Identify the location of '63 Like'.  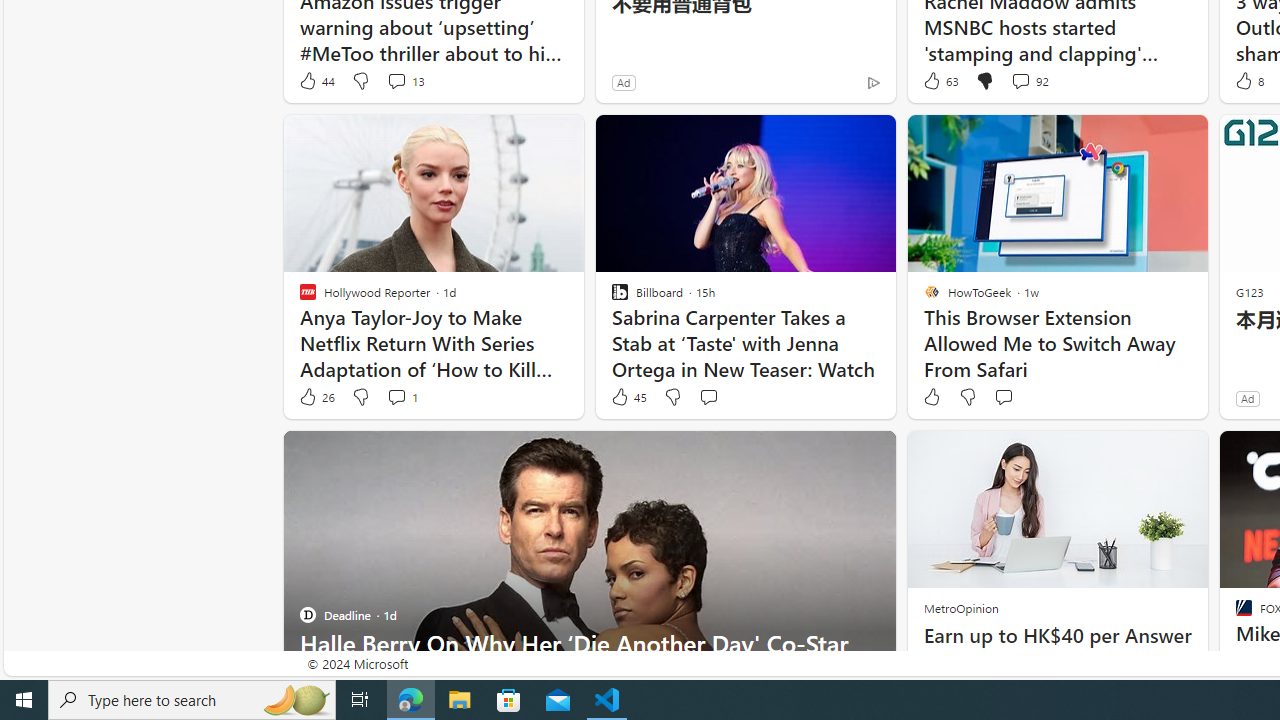
(938, 80).